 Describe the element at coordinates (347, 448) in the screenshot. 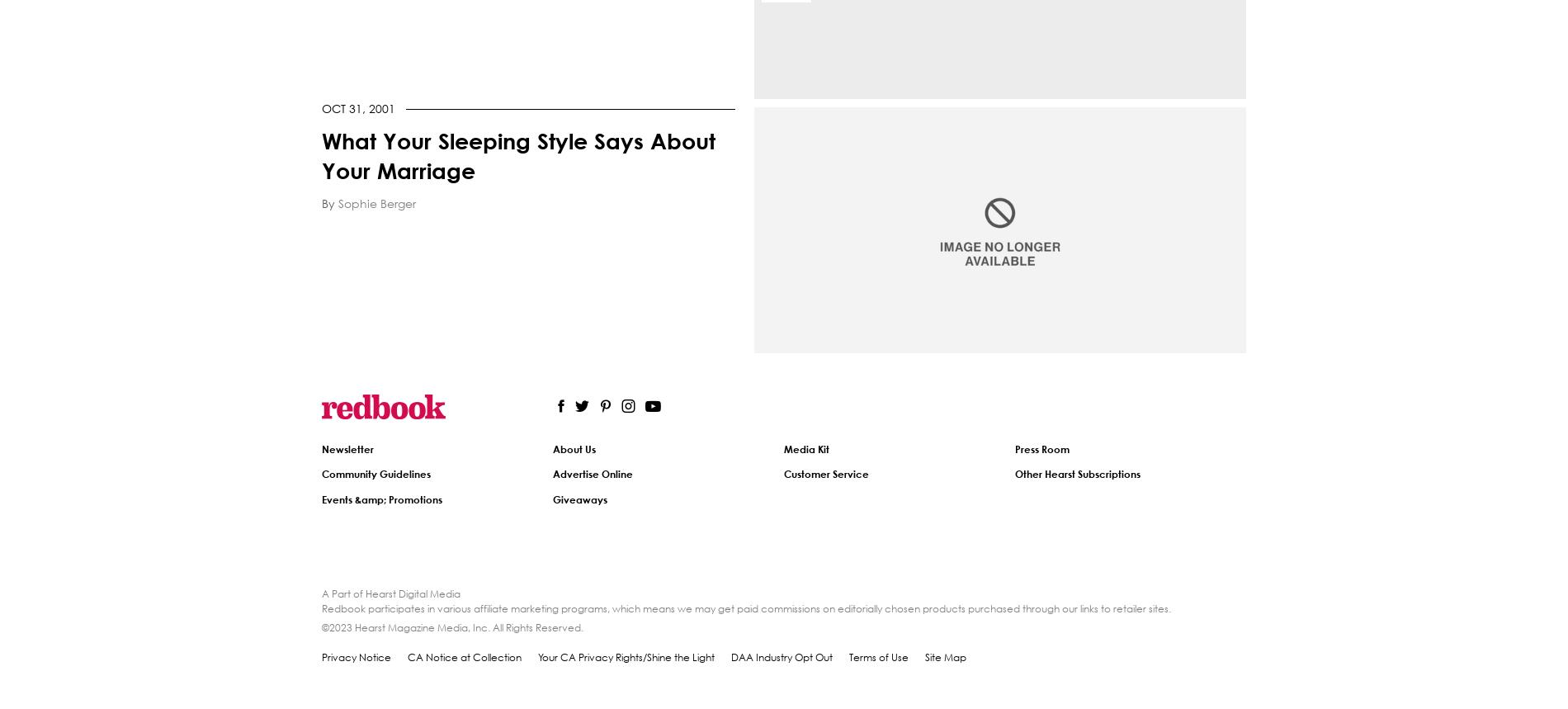

I see `'Newsletter'` at that location.